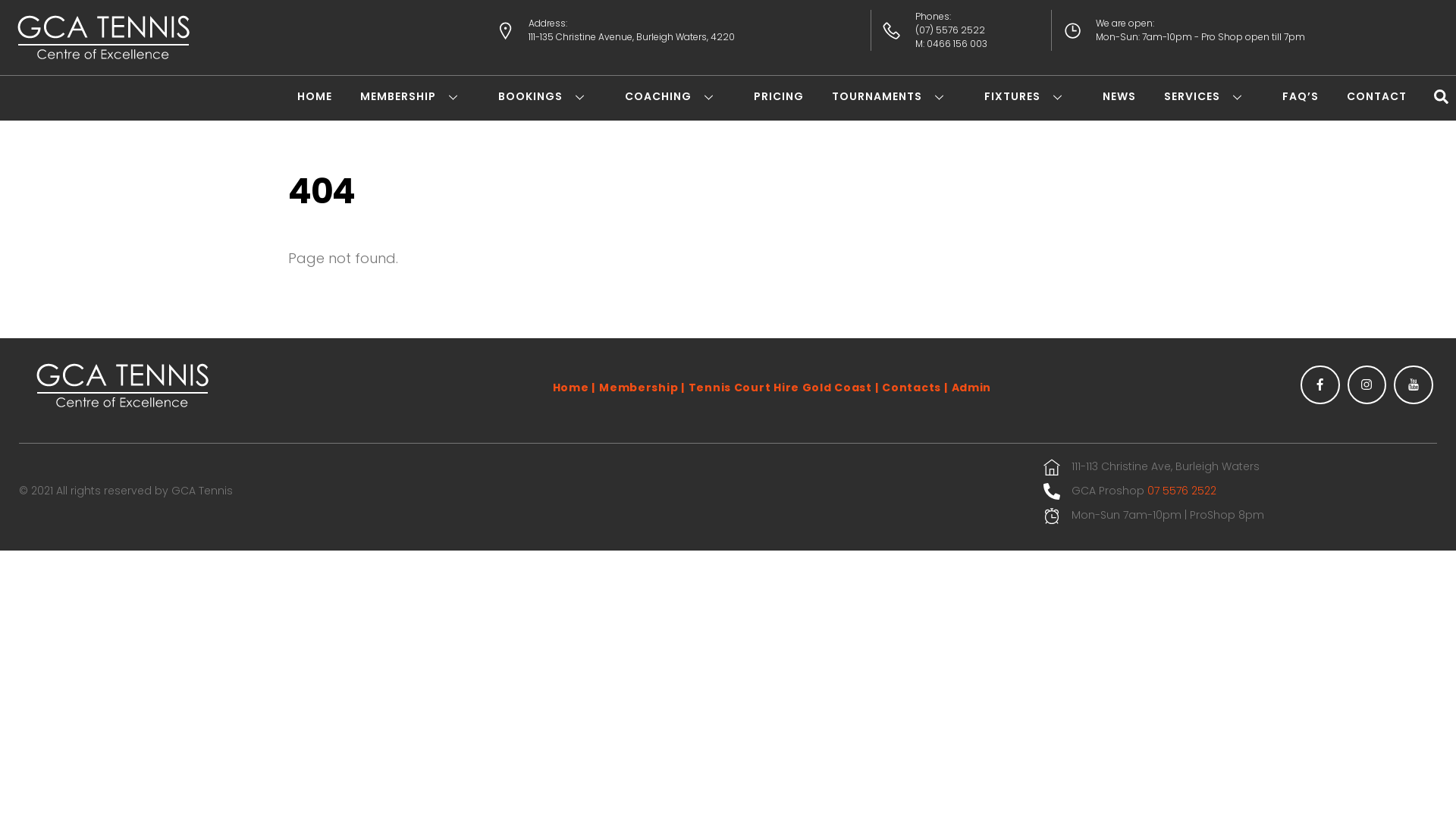  I want to click on '07 5576 2522', so click(1181, 491).